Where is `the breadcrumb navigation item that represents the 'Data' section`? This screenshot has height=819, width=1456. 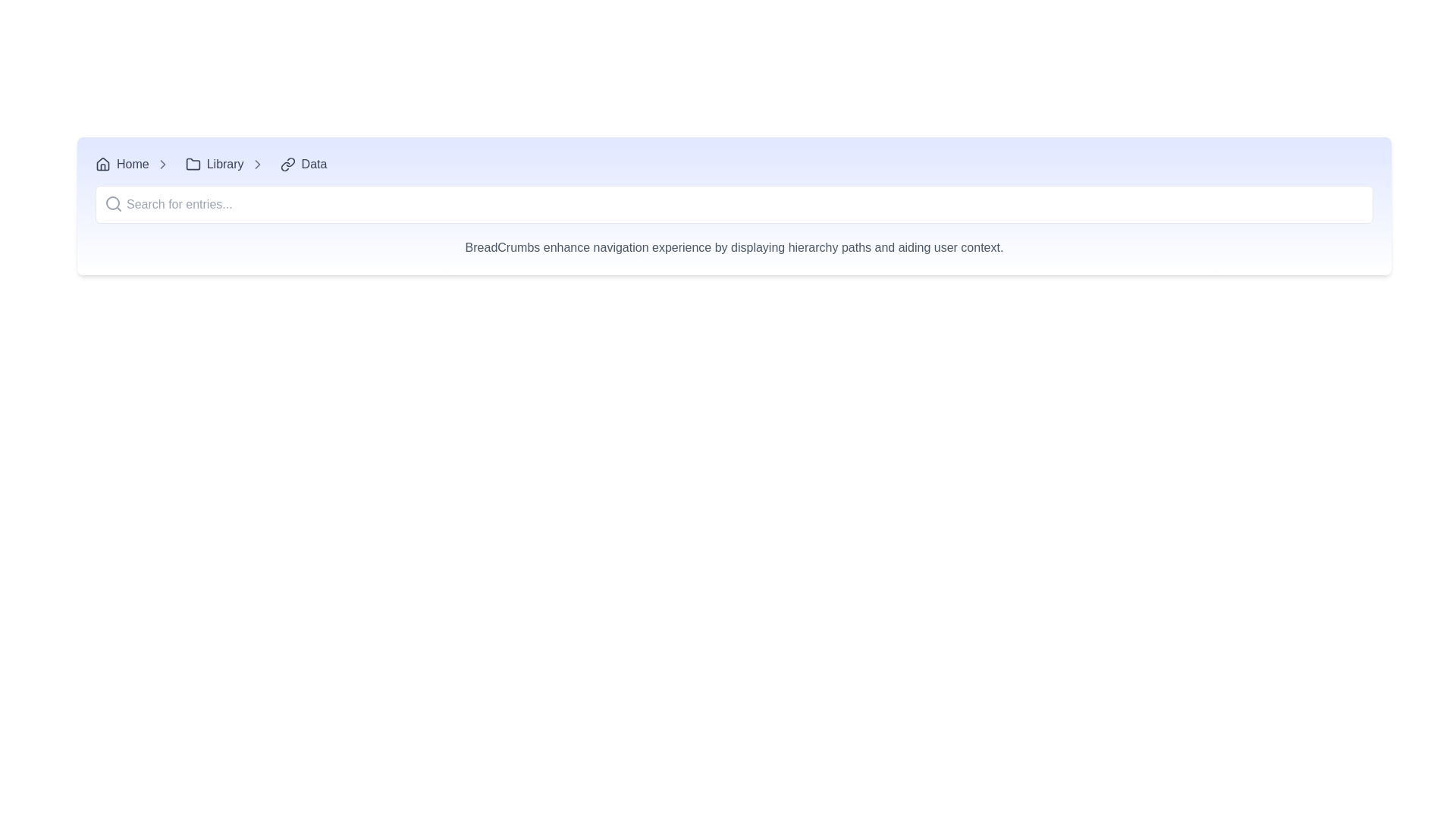
the breadcrumb navigation item that represents the 'Data' section is located at coordinates (303, 164).